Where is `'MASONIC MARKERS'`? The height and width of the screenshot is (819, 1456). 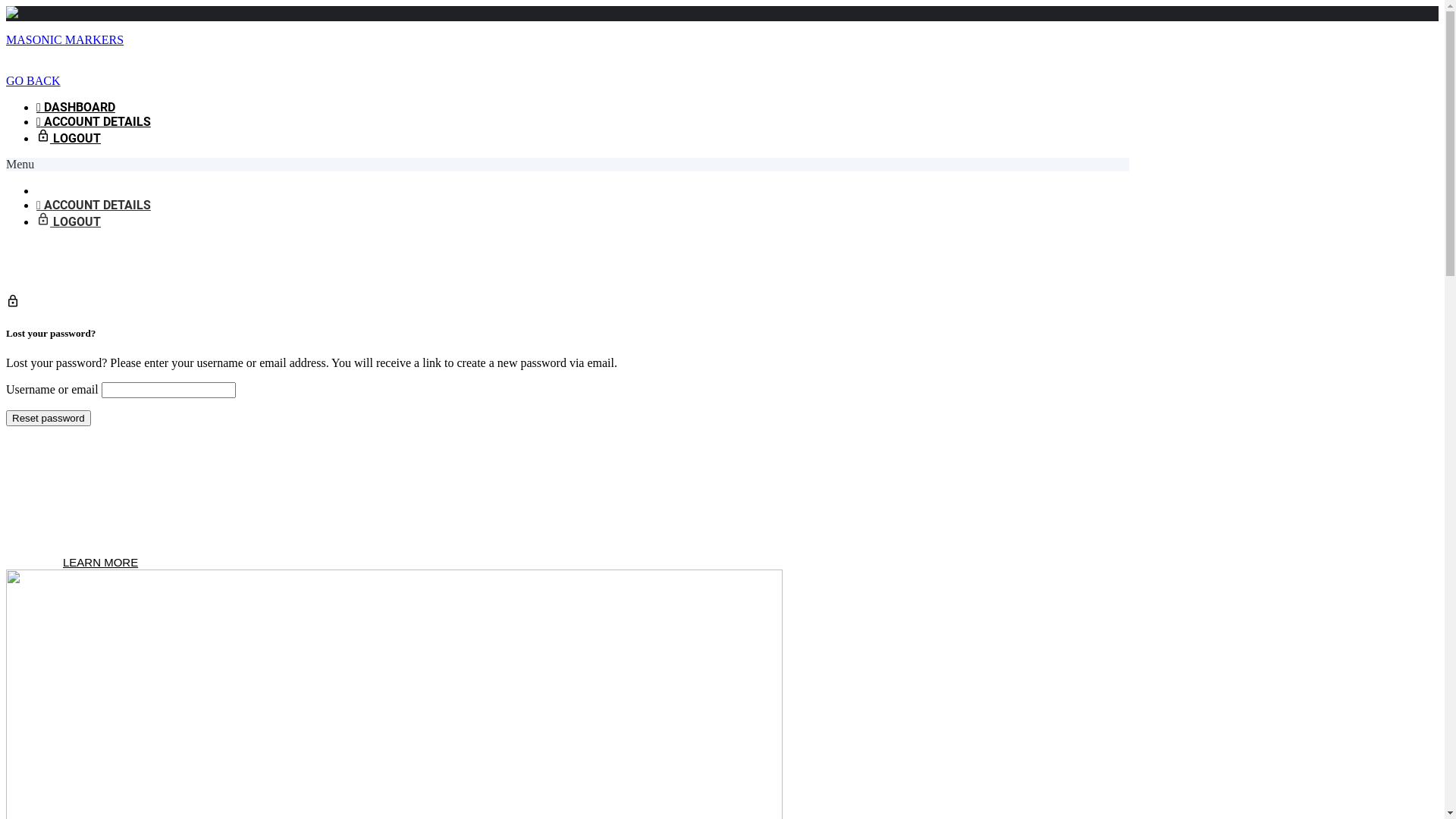
'MASONIC MARKERS' is located at coordinates (64, 39).